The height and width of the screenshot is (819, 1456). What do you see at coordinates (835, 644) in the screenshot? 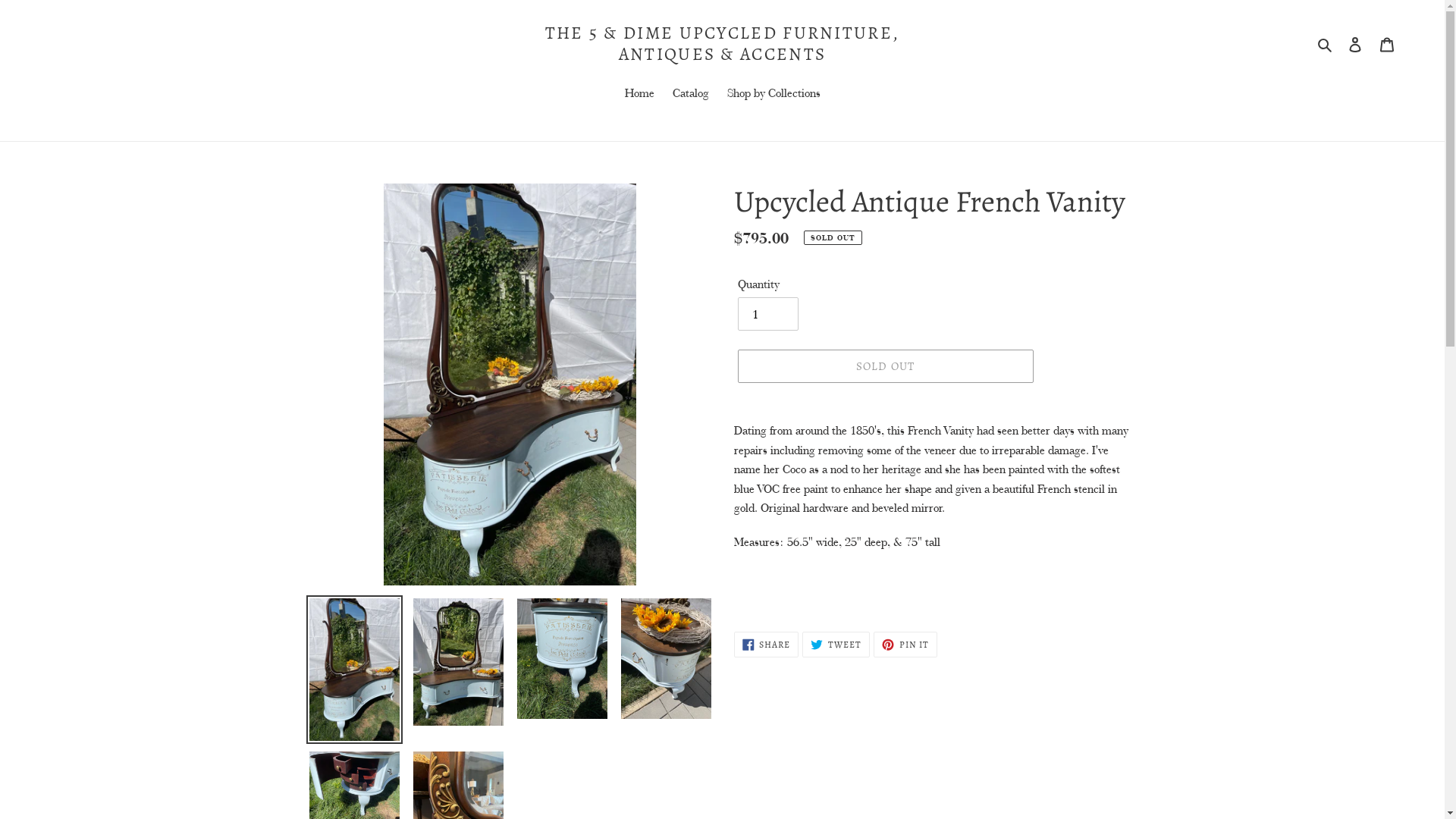
I see `'TWEET` at bounding box center [835, 644].